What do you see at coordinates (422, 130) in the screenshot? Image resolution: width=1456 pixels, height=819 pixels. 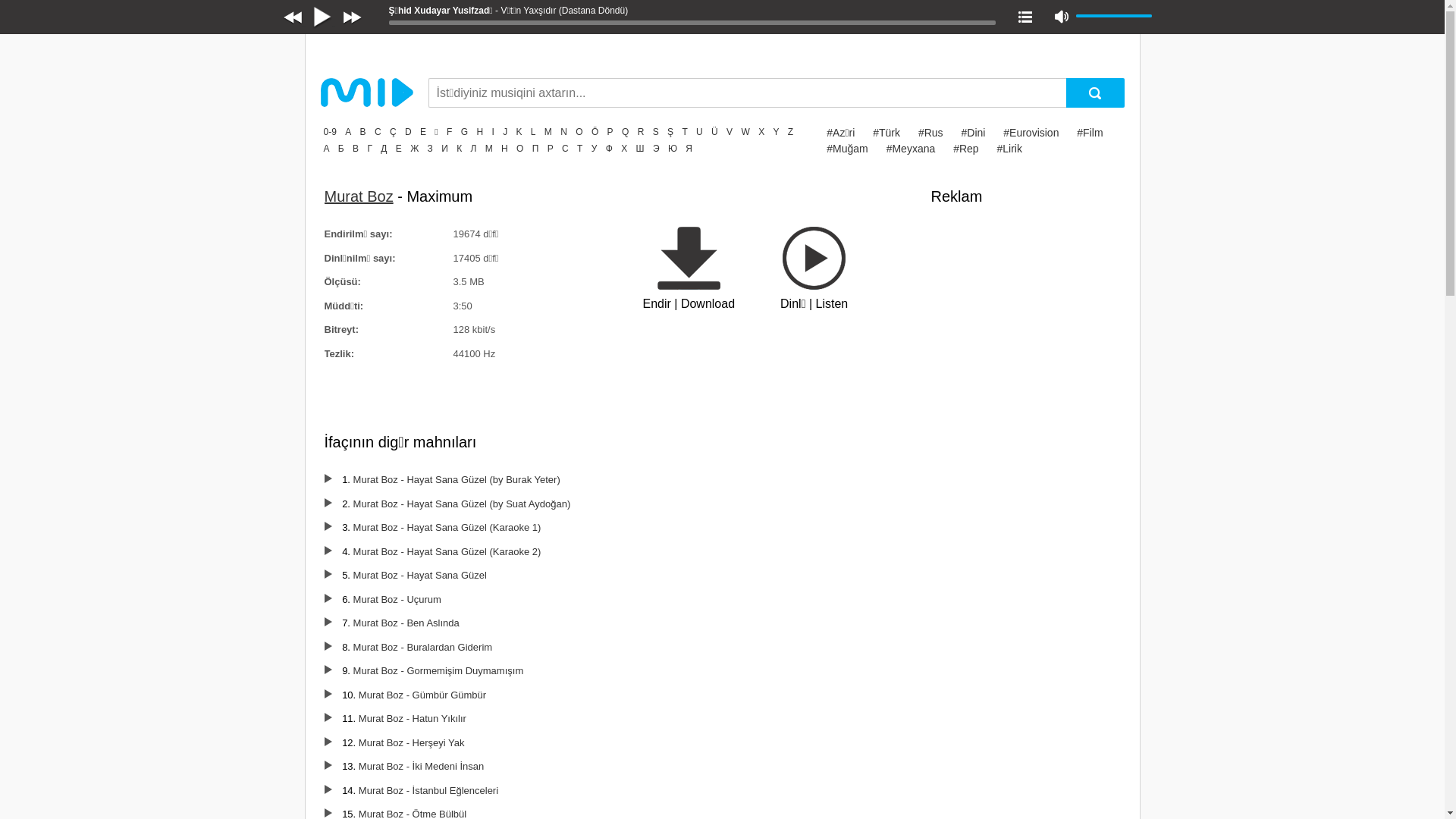 I see `'E'` at bounding box center [422, 130].